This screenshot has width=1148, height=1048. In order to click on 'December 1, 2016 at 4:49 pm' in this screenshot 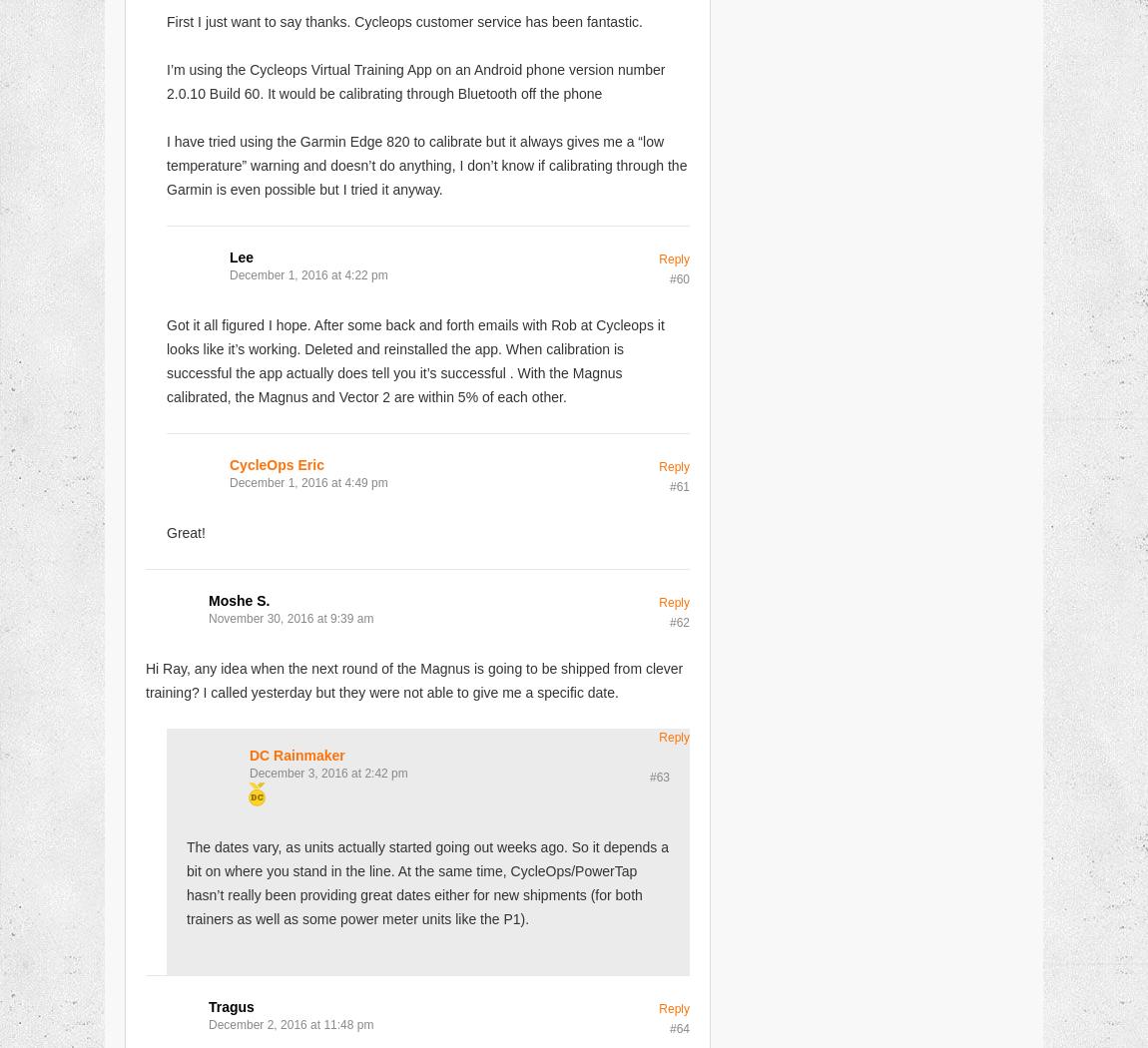, I will do `click(308, 482)`.